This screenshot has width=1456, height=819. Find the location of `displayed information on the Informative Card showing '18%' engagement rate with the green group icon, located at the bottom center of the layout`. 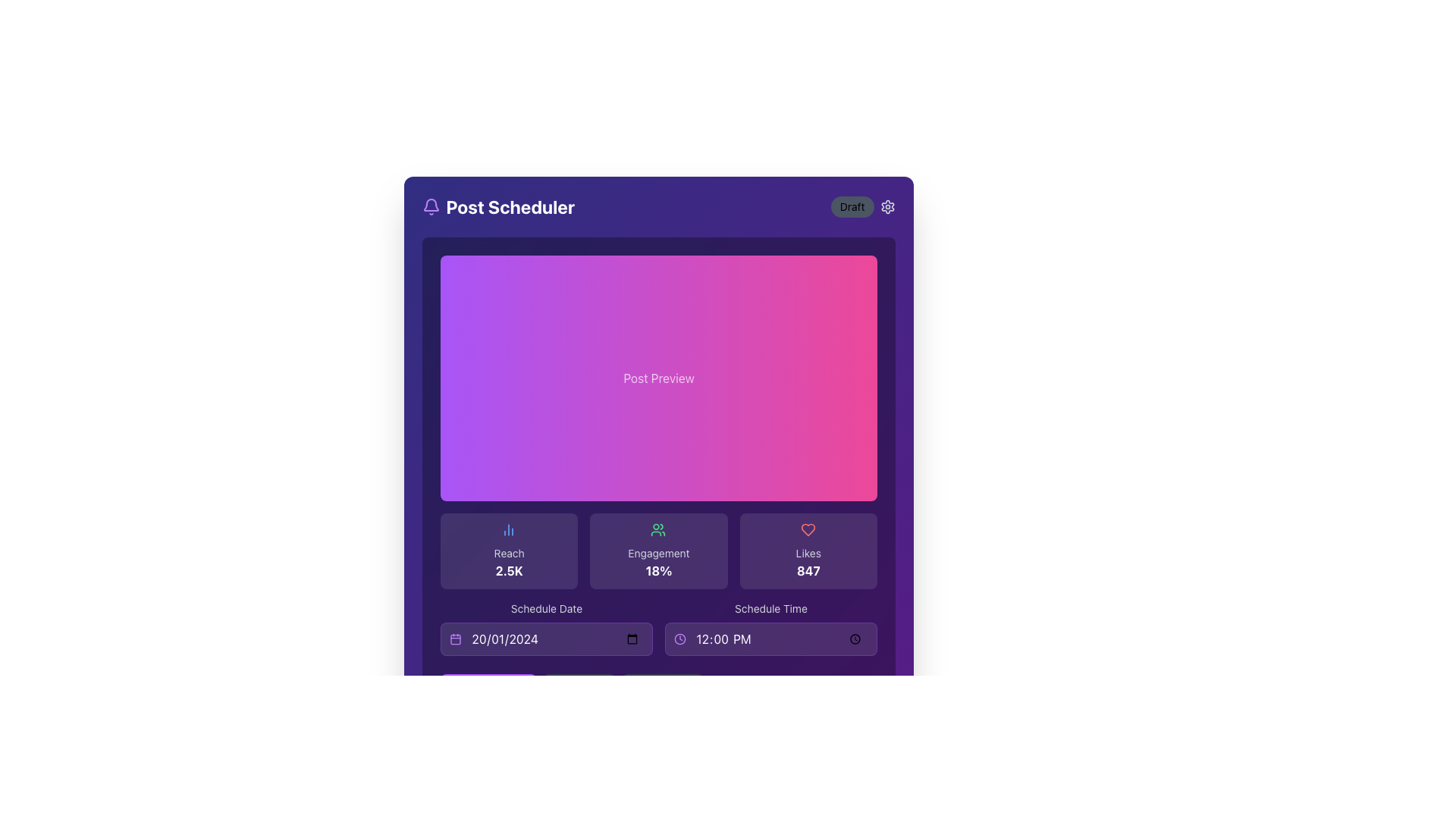

displayed information on the Informative Card showing '18%' engagement rate with the green group icon, located at the bottom center of the layout is located at coordinates (658, 551).